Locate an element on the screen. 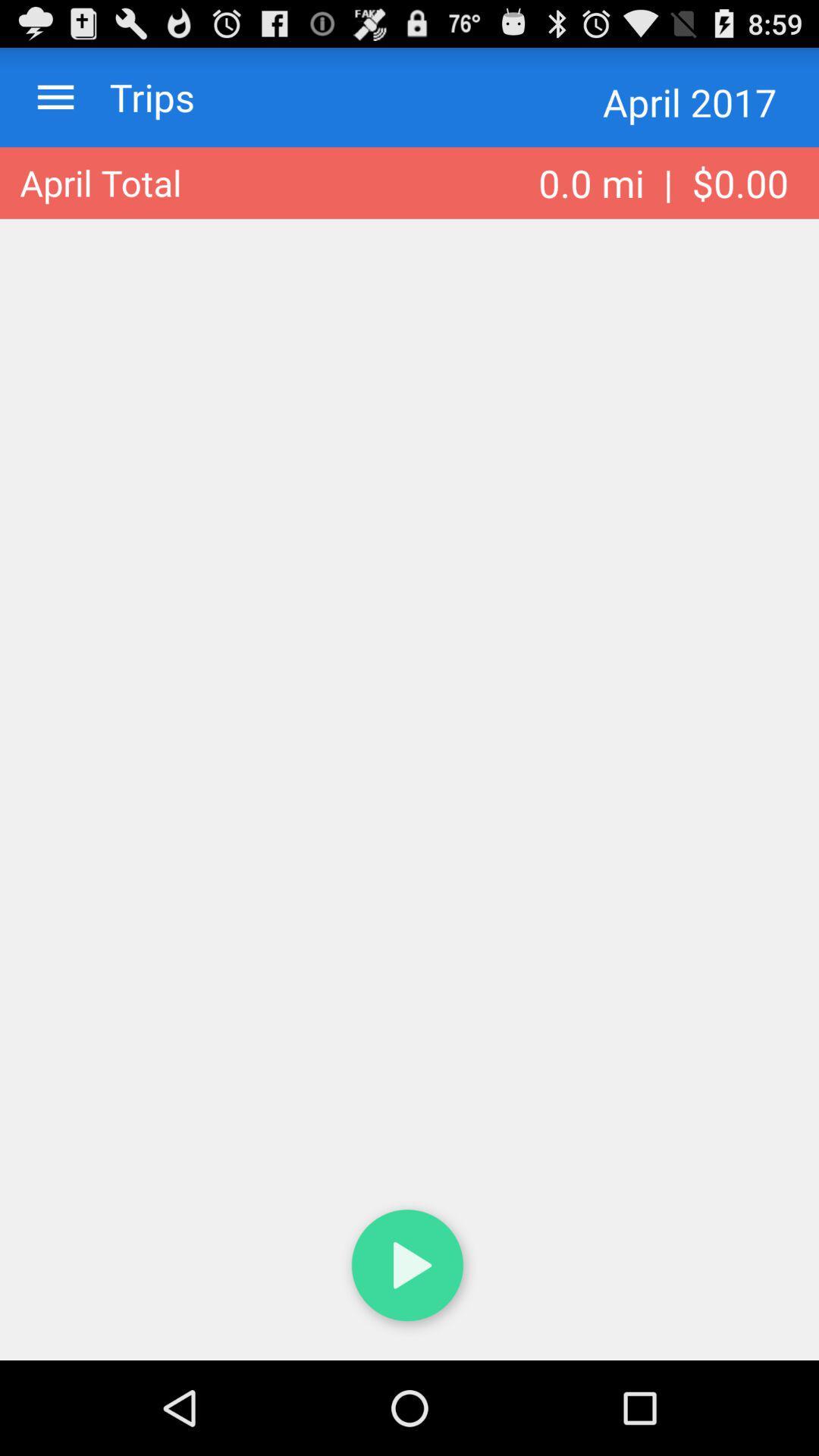 The width and height of the screenshot is (819, 1456). show options is located at coordinates (55, 96).